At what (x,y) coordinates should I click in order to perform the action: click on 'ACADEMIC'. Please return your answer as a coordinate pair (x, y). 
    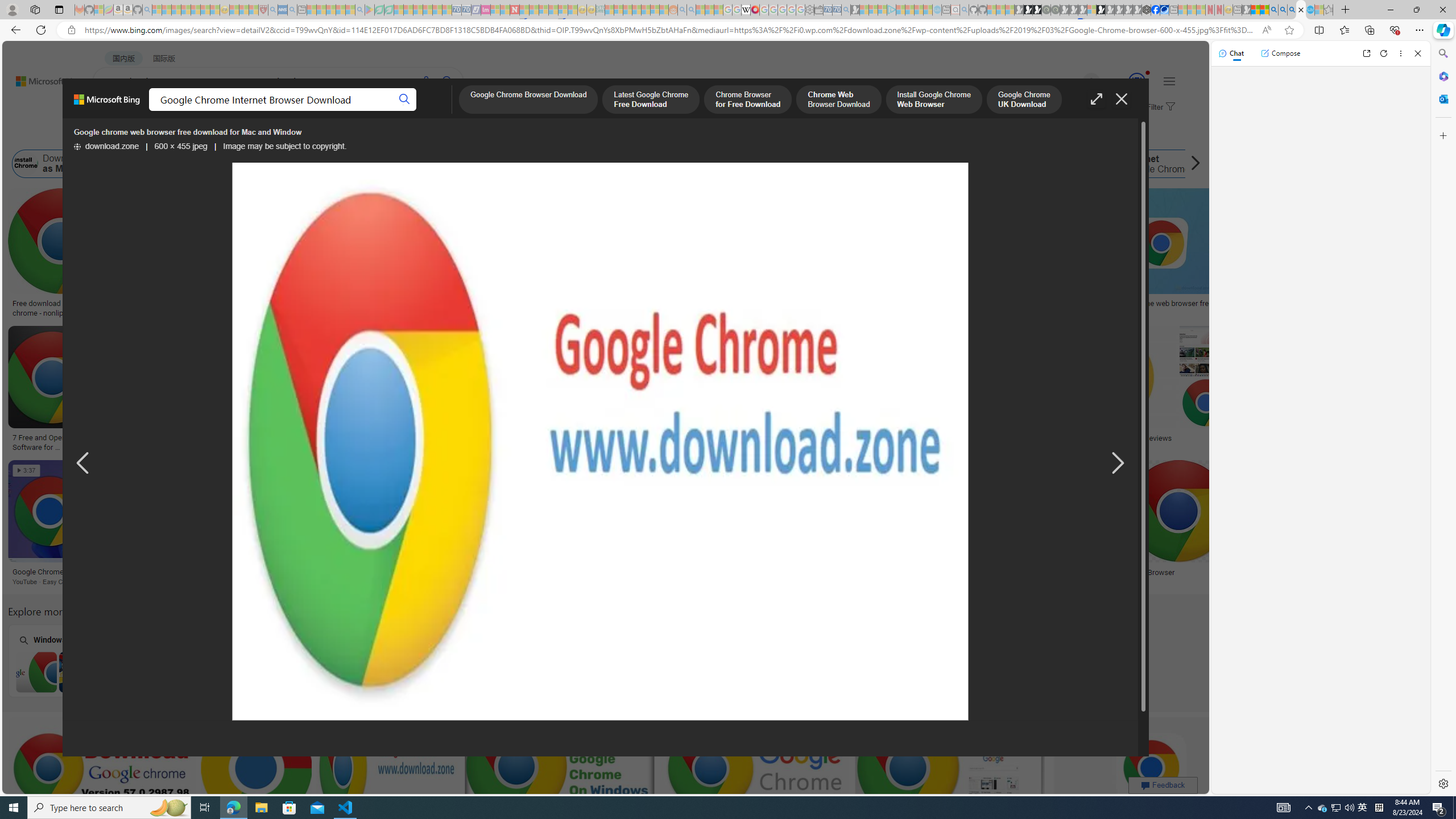
    Looking at the image, I should click on (360, 111).